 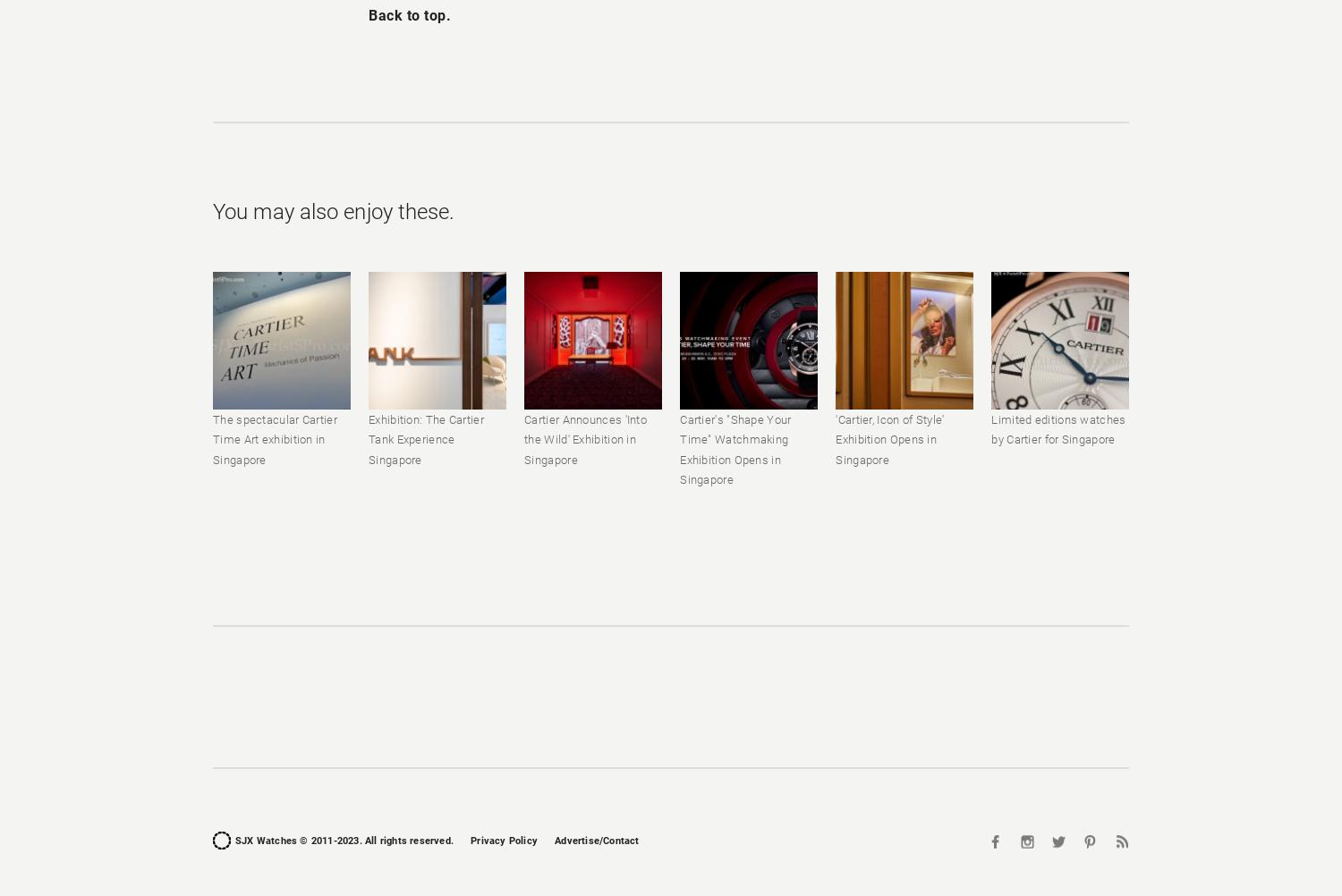 What do you see at coordinates (585, 438) in the screenshot?
I see `'Cartier Announces 'Into the Wild' Exhibition in Singapore'` at bounding box center [585, 438].